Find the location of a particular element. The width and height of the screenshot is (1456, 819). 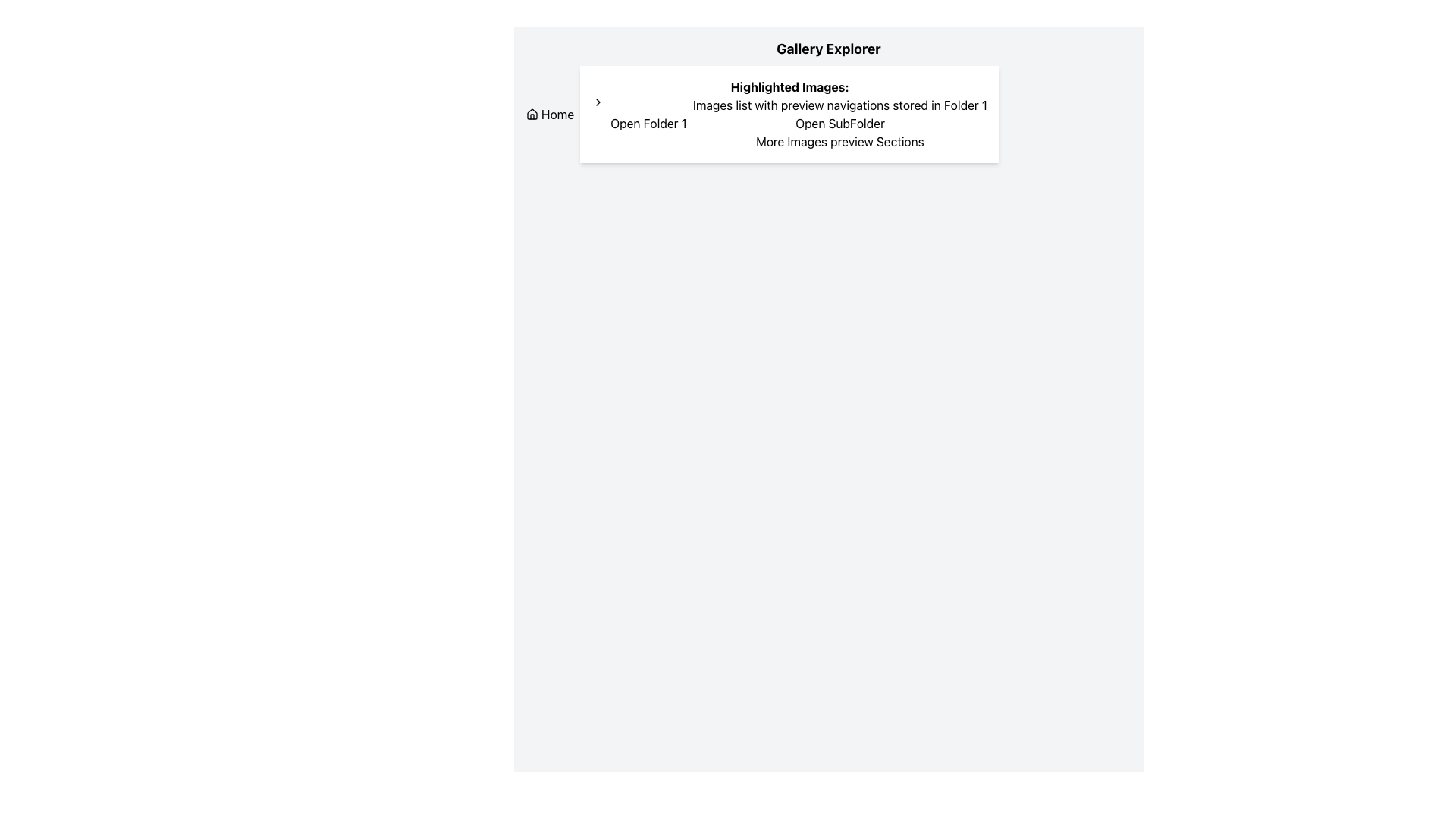

the 'Home' button, which is styled with a primary color and features a house icon along with the text label 'Home' is located at coordinates (549, 113).